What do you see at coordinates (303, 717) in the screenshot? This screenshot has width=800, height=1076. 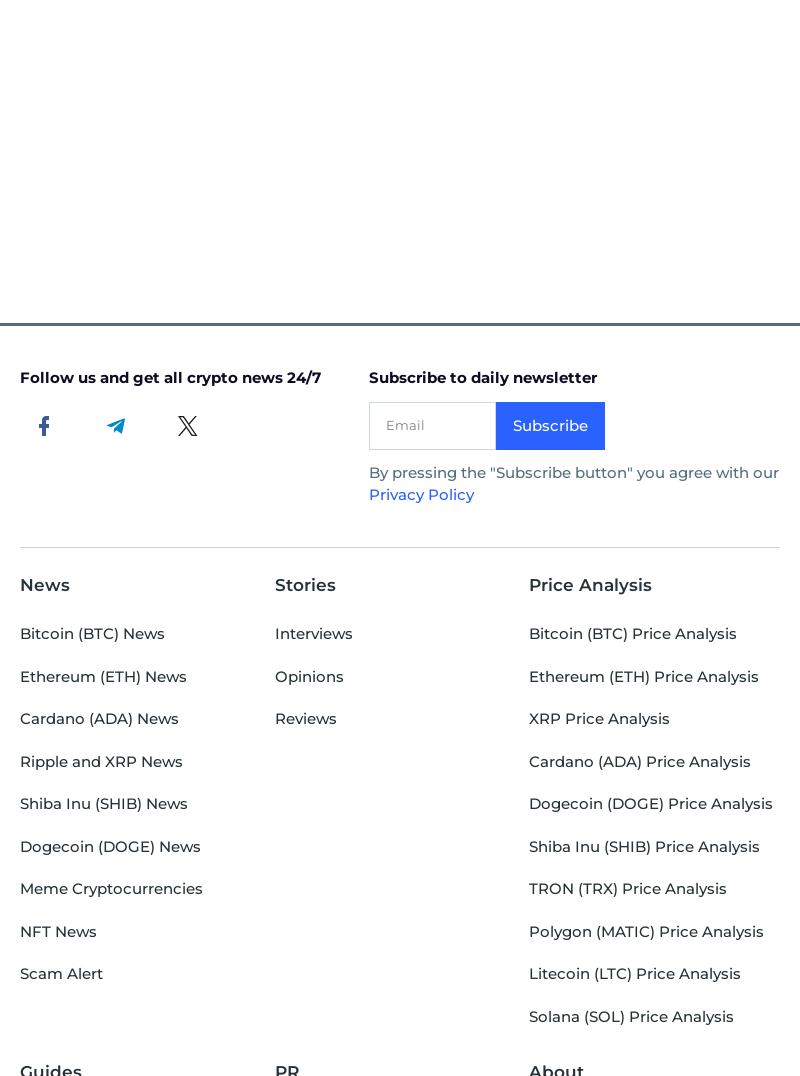 I see `'Reviews'` at bounding box center [303, 717].